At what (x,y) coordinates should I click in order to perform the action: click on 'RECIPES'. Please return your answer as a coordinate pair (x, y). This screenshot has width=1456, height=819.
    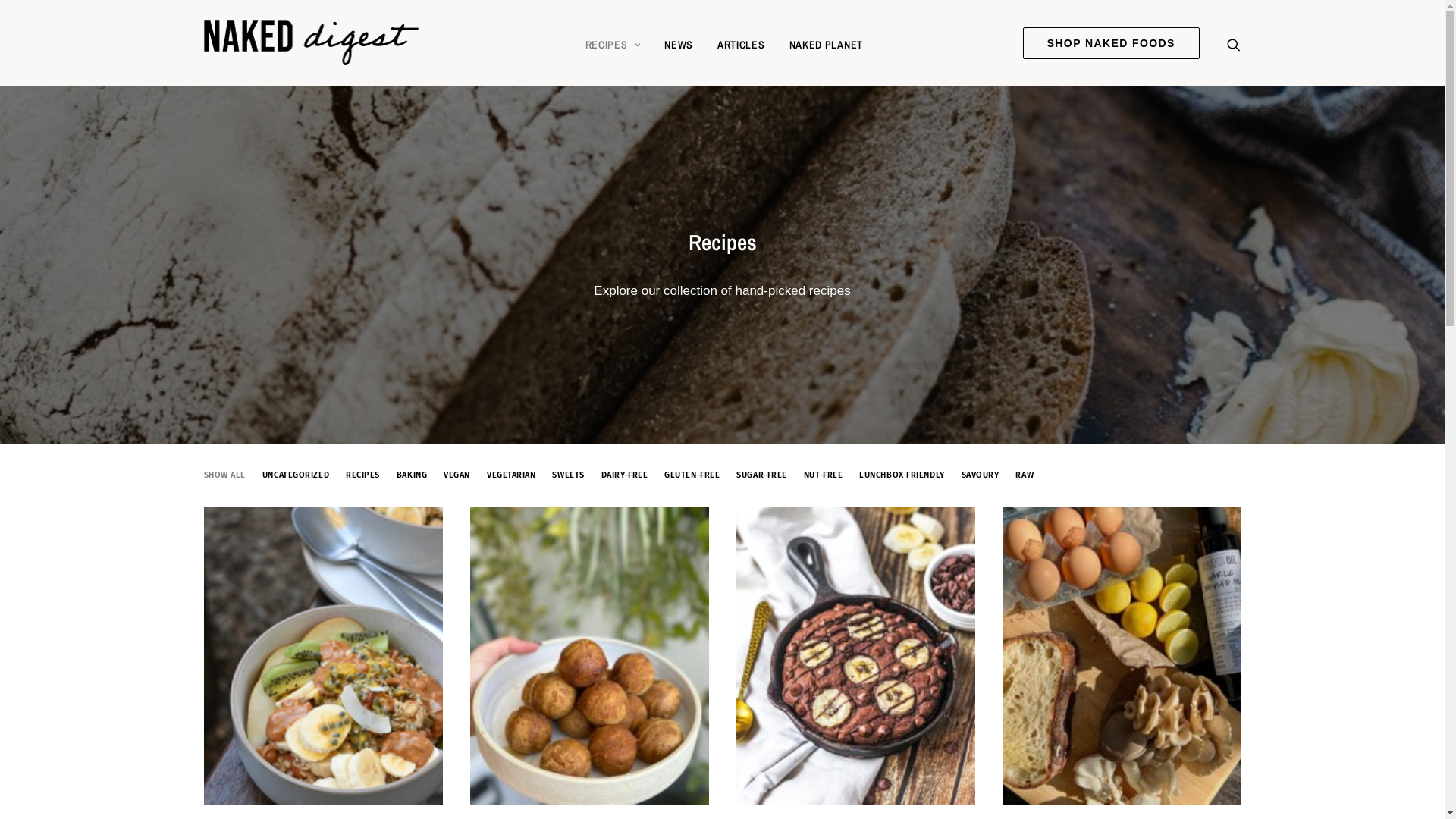
    Looking at the image, I should click on (612, 42).